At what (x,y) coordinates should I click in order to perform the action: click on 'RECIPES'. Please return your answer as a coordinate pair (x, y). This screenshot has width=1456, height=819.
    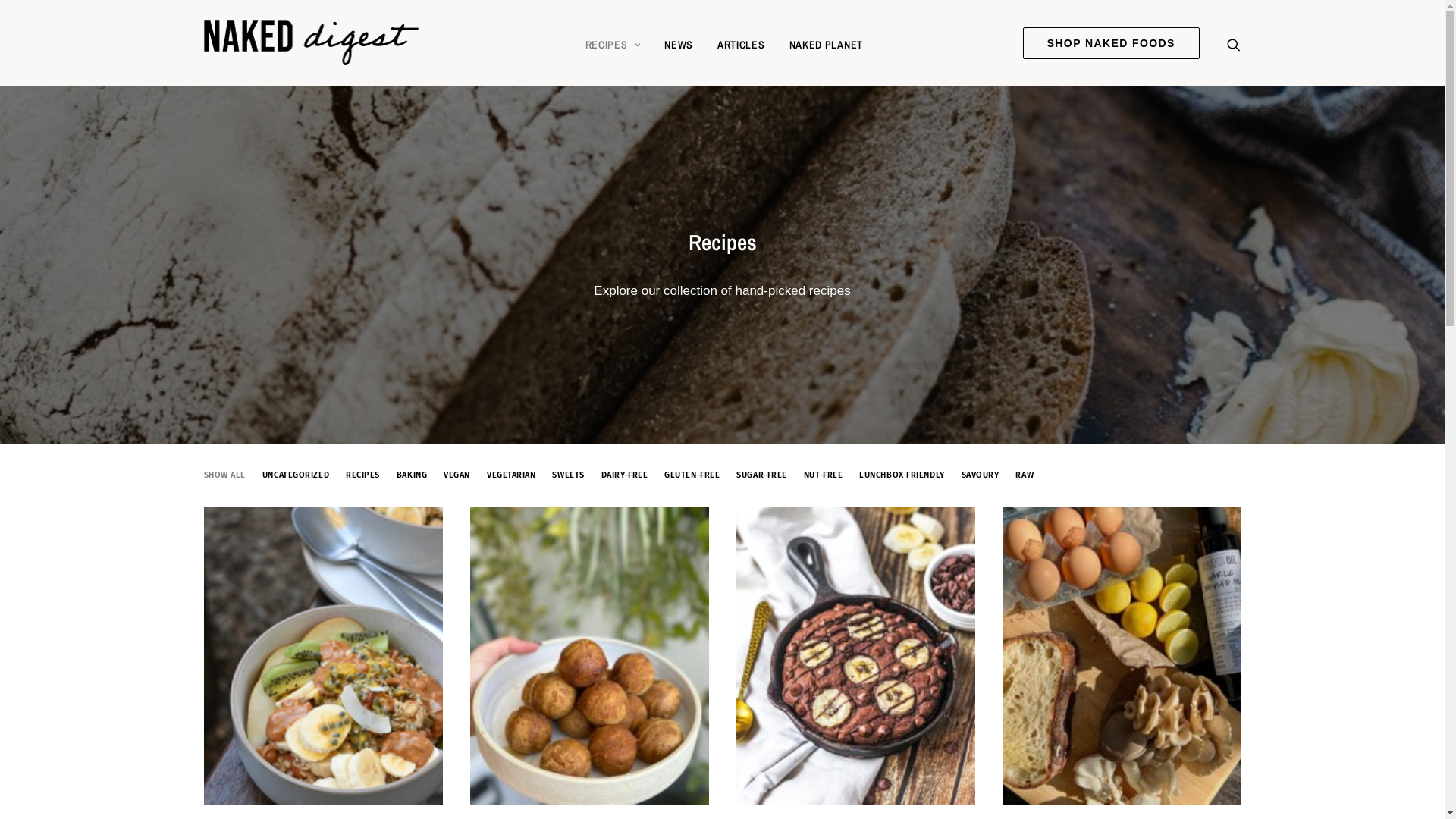
    Looking at the image, I should click on (612, 42).